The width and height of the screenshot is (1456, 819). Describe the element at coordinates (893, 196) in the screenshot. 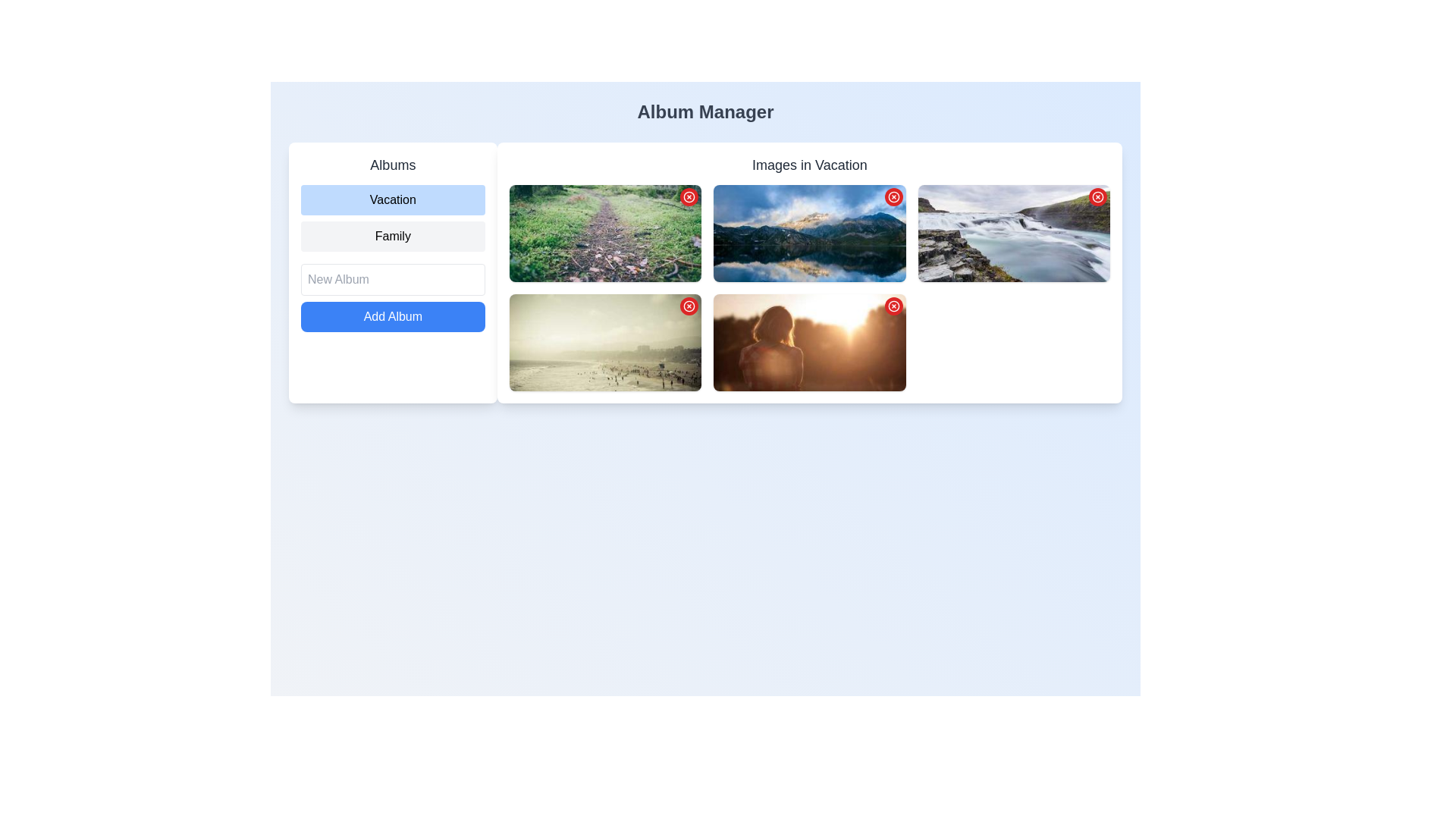

I see `the circular red button with a white border and 'X' icon located at the top-right corner of the second image in the 'Images in Vacation' section` at that location.